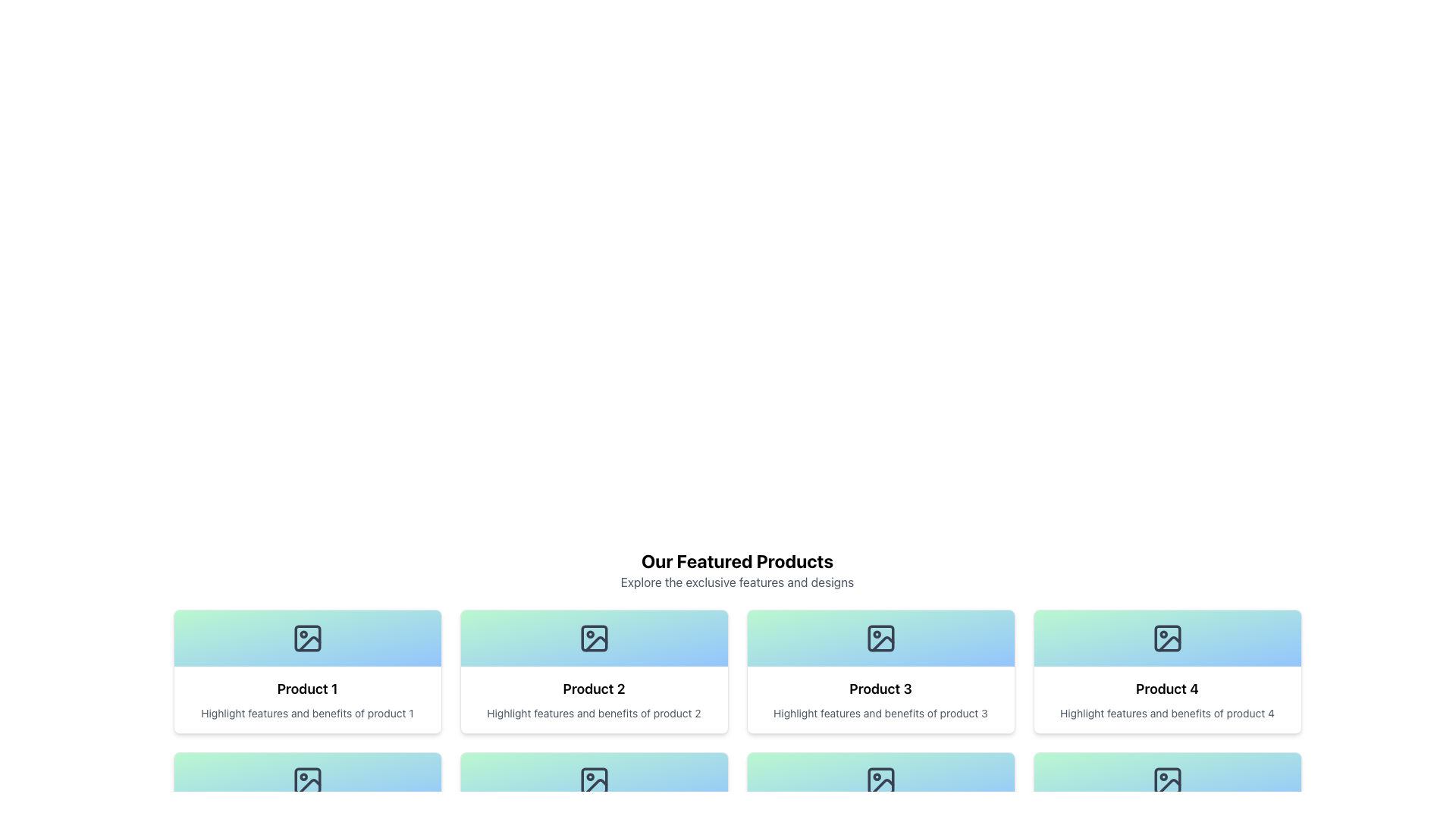 The image size is (1456, 819). I want to click on the SVG icon representing the product image in the top row of the grid layout, specifically within the first card labeled 'Product 1', to interact with it, so click(306, 638).